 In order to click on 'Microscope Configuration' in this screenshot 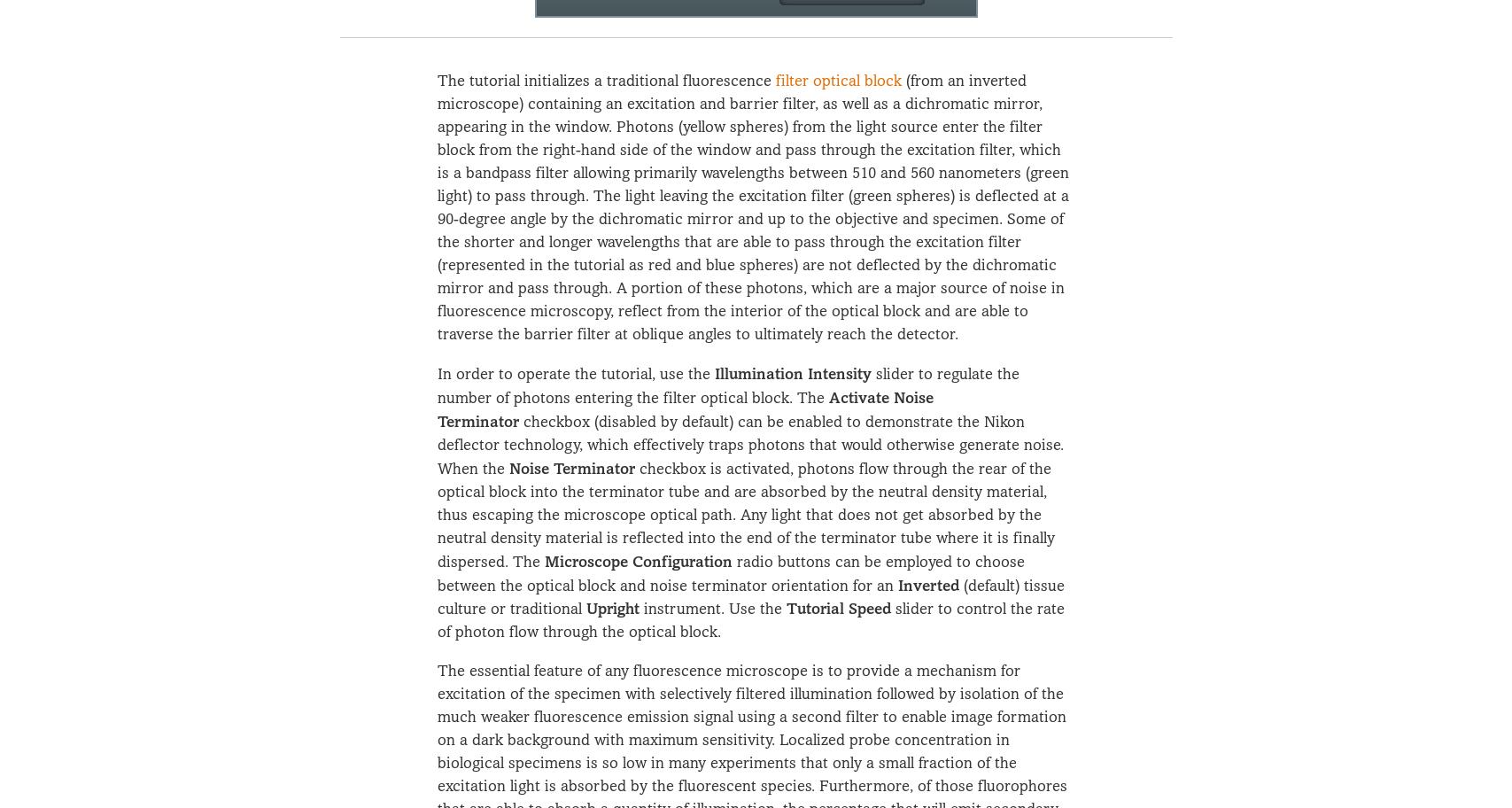, I will do `click(638, 560)`.